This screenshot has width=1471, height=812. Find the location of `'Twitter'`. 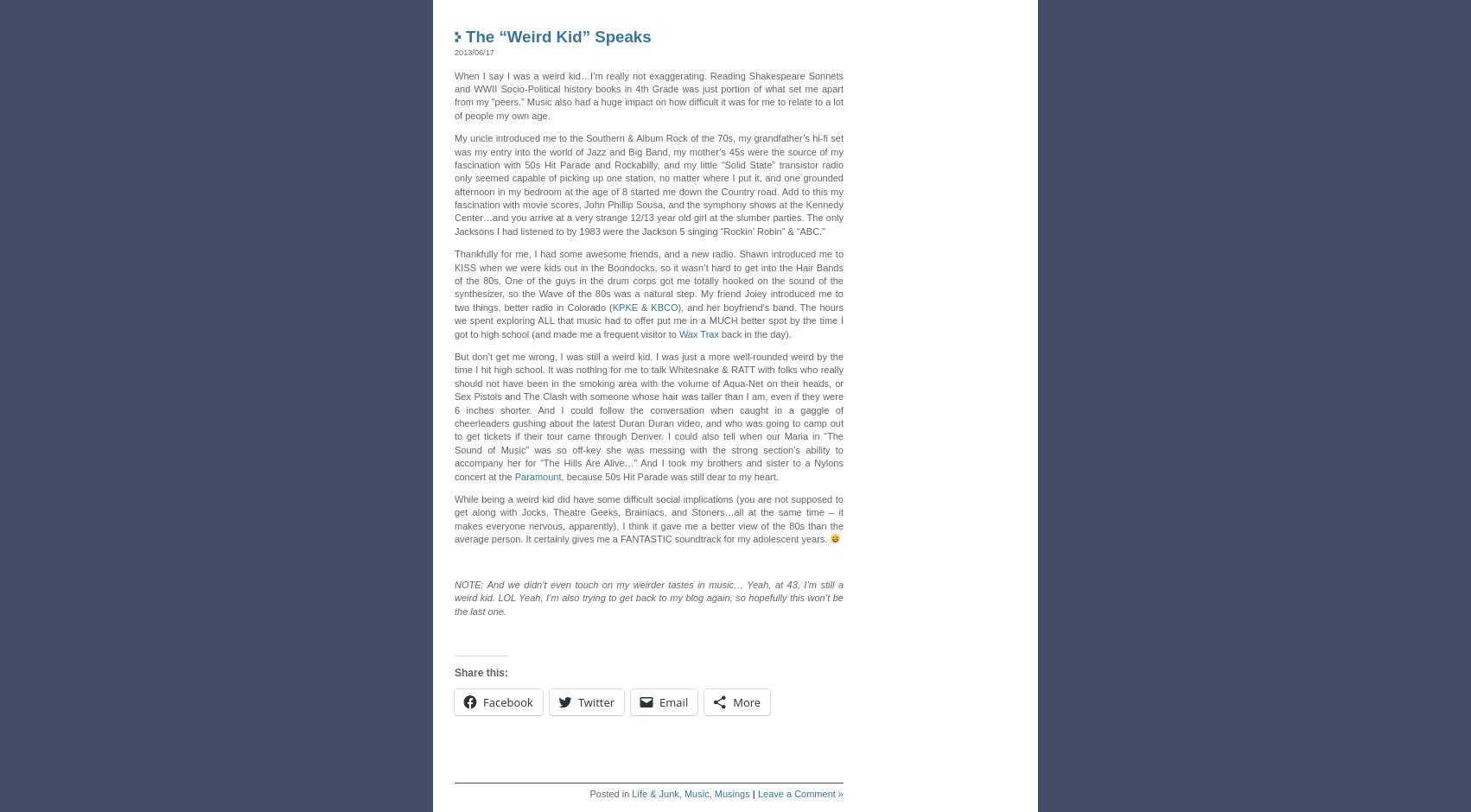

'Twitter' is located at coordinates (595, 702).